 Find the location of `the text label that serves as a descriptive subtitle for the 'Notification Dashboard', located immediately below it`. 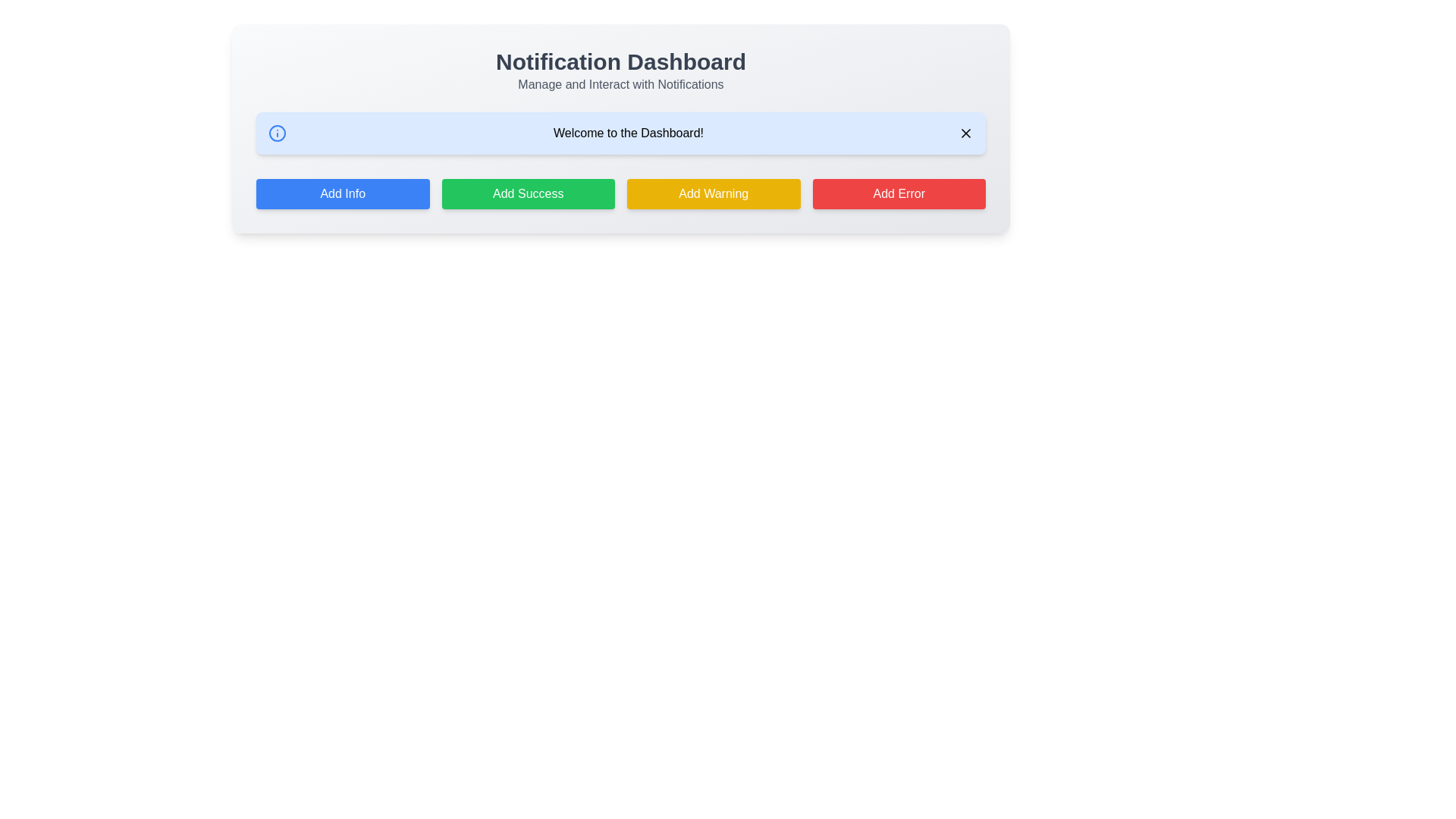

the text label that serves as a descriptive subtitle for the 'Notification Dashboard', located immediately below it is located at coordinates (621, 84).